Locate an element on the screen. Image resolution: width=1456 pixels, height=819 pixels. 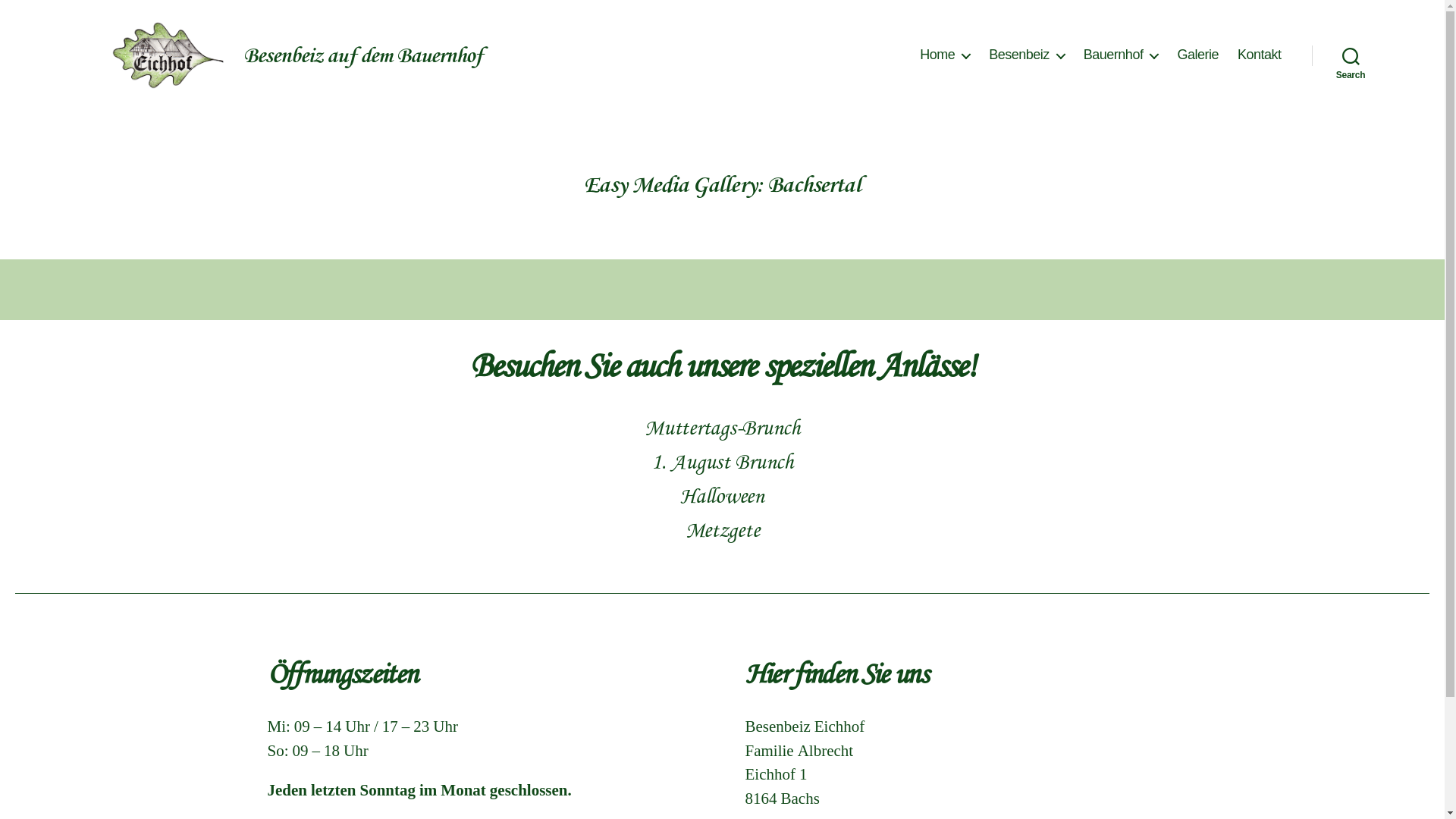
'Bauernhof' is located at coordinates (1121, 55).